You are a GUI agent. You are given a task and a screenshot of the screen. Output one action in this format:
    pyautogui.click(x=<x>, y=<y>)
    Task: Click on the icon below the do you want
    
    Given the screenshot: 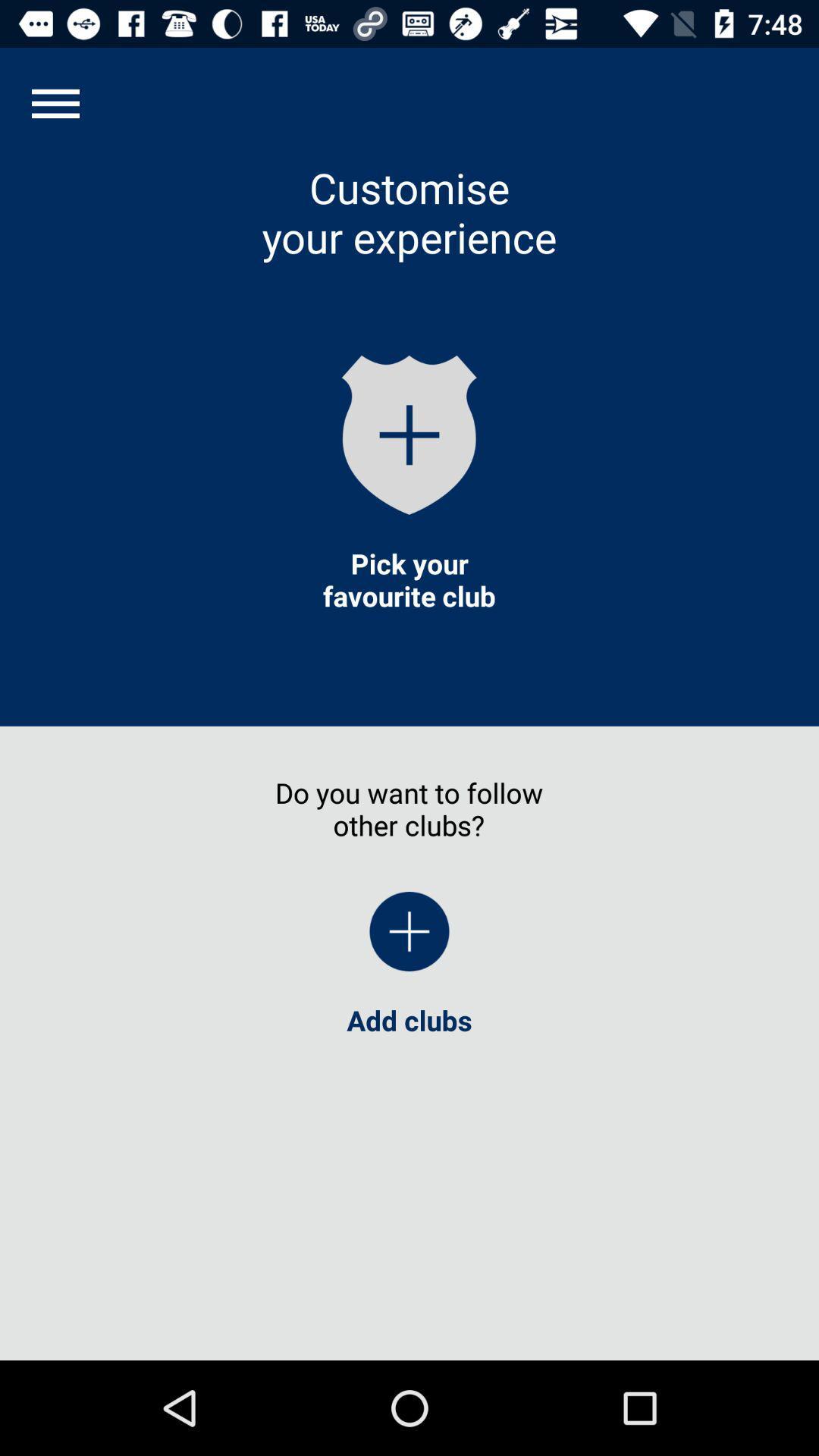 What is the action you would take?
    pyautogui.click(x=409, y=930)
    